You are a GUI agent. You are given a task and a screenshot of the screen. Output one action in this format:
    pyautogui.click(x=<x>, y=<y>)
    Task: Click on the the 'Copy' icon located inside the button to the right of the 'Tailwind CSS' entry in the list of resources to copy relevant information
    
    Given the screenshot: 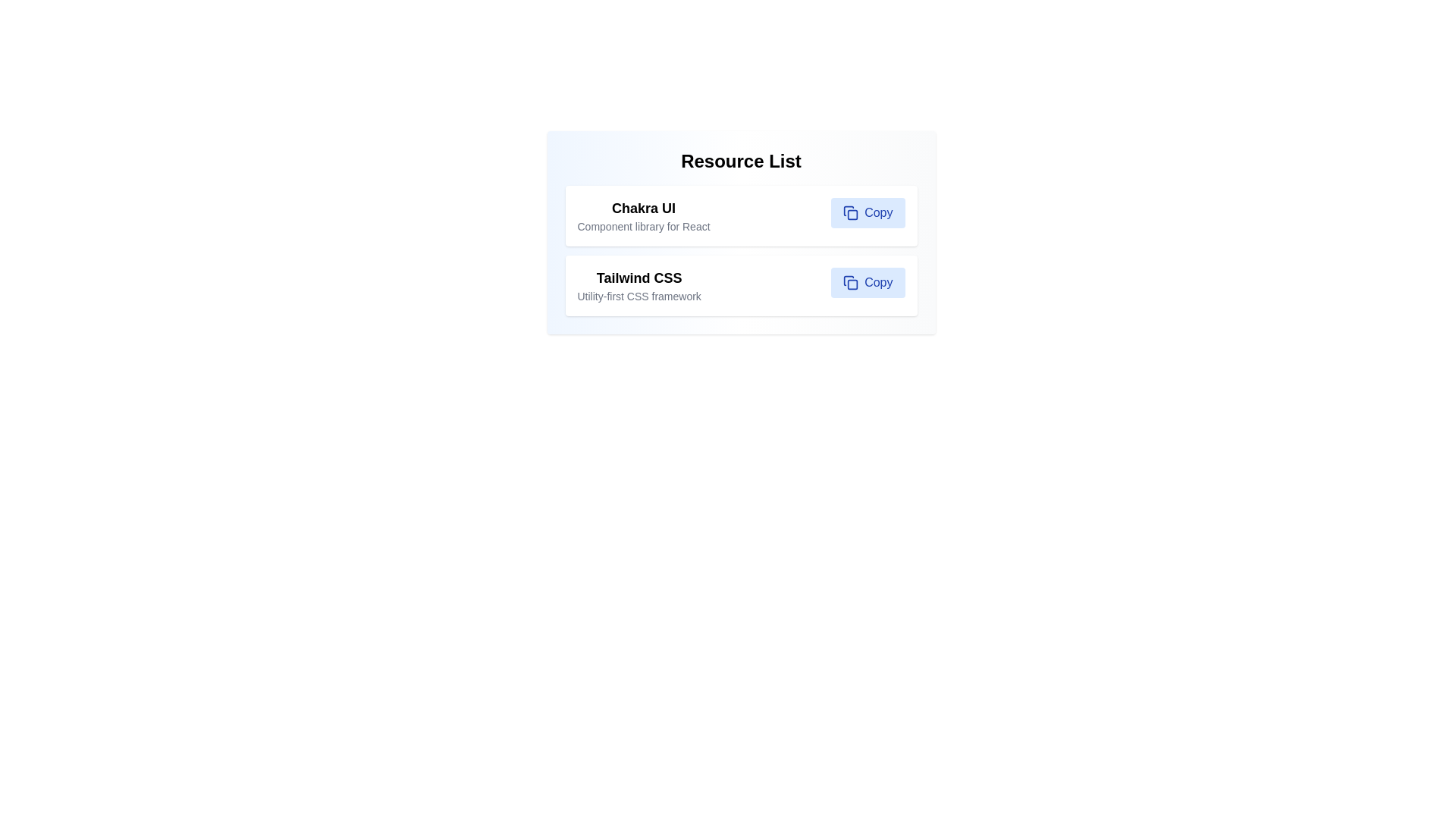 What is the action you would take?
    pyautogui.click(x=851, y=283)
    